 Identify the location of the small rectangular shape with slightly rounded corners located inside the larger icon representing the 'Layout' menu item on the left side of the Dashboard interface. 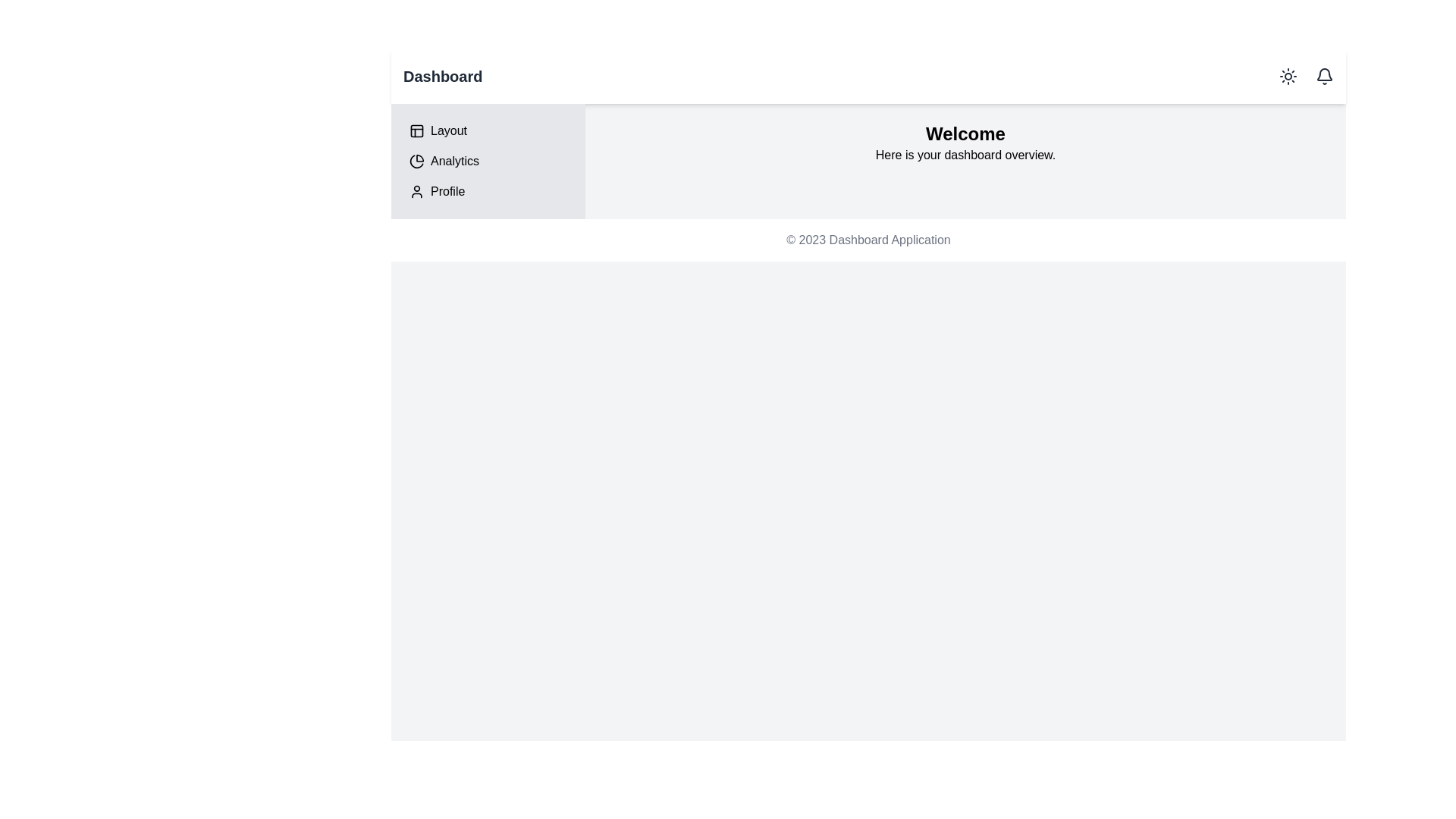
(417, 130).